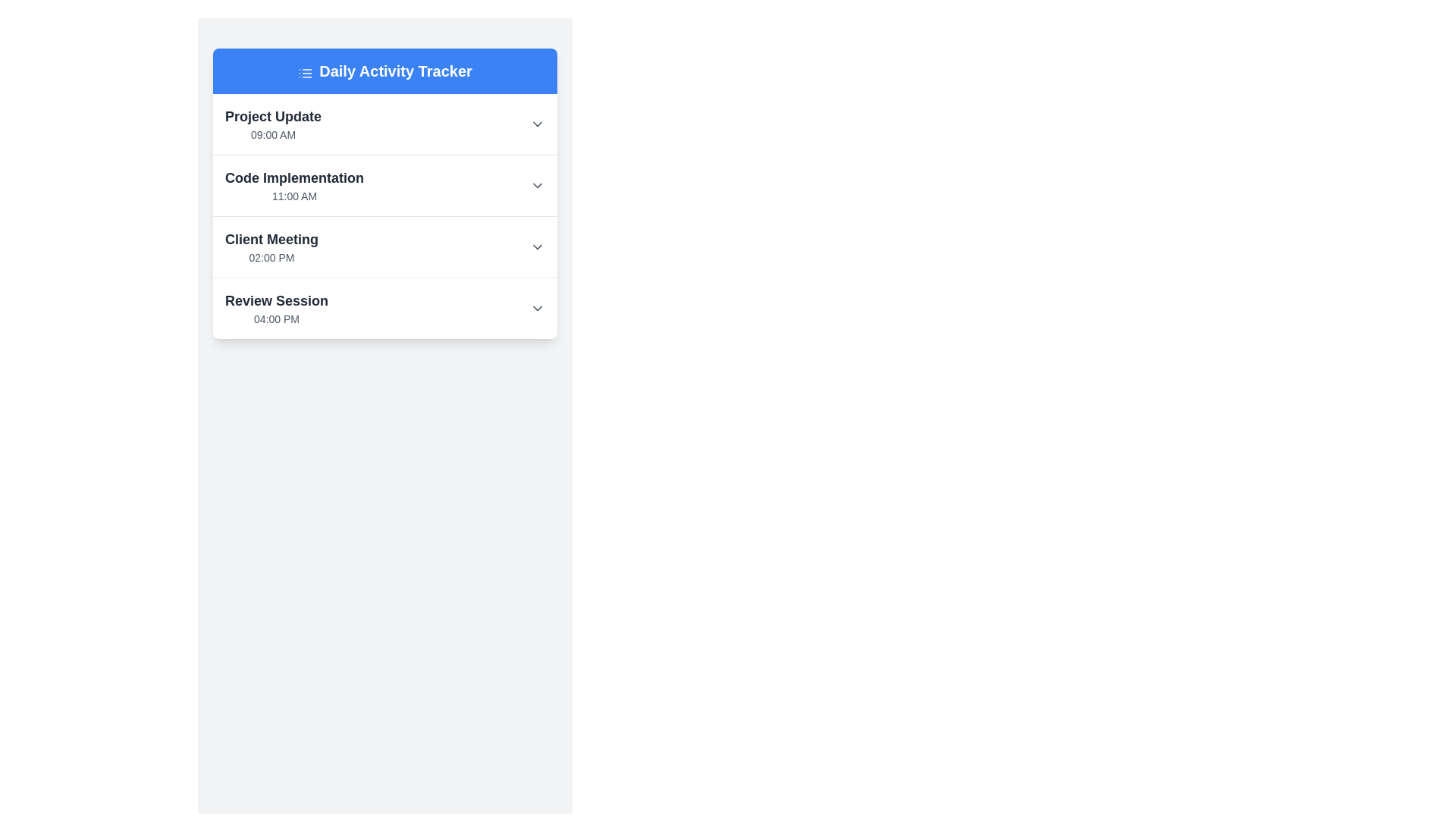 The height and width of the screenshot is (819, 1456). I want to click on the third item, so click(385, 246).